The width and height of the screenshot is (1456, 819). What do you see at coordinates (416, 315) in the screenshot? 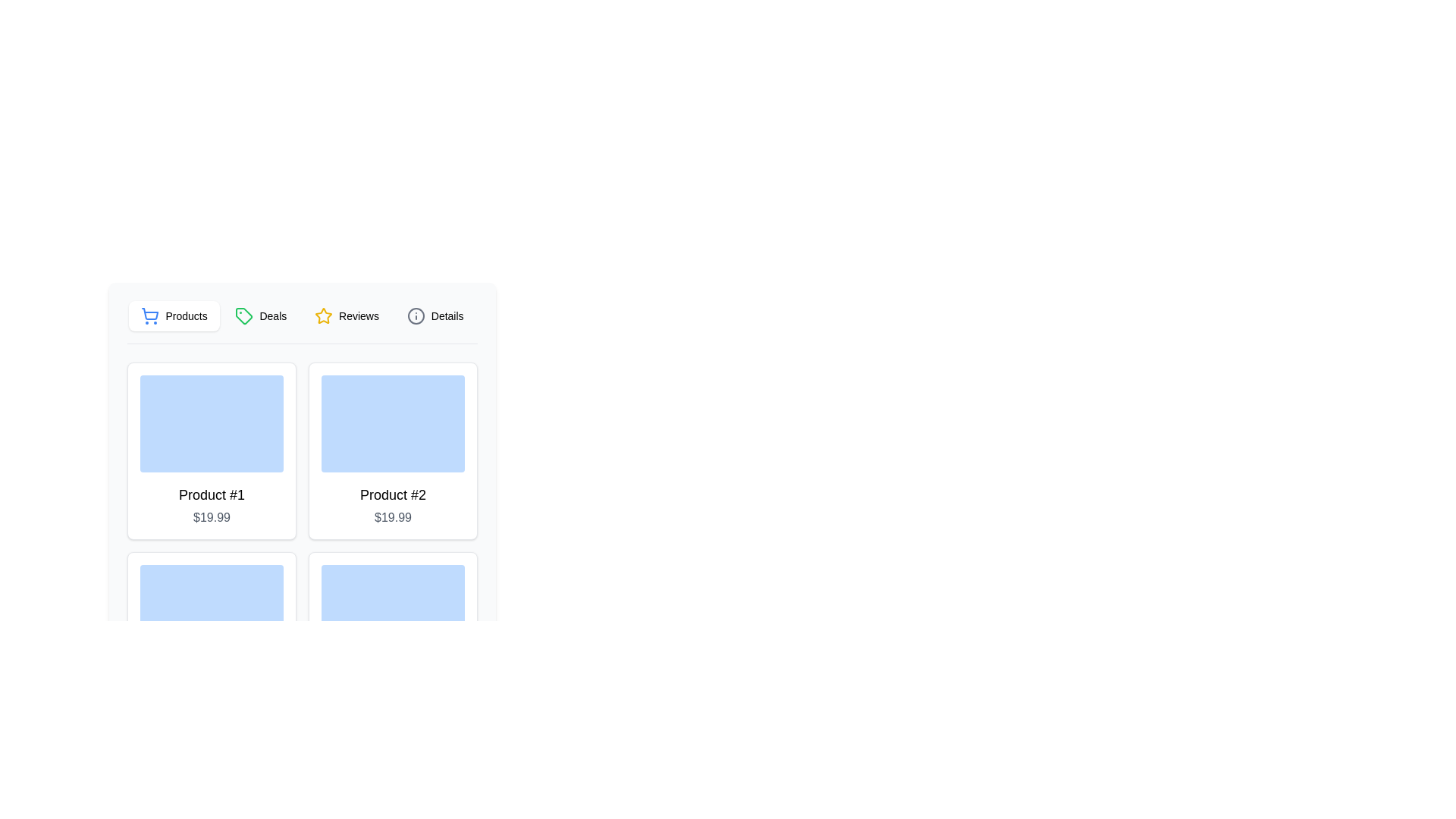
I see `the 'Details' icon located in the top navigation menu` at bounding box center [416, 315].